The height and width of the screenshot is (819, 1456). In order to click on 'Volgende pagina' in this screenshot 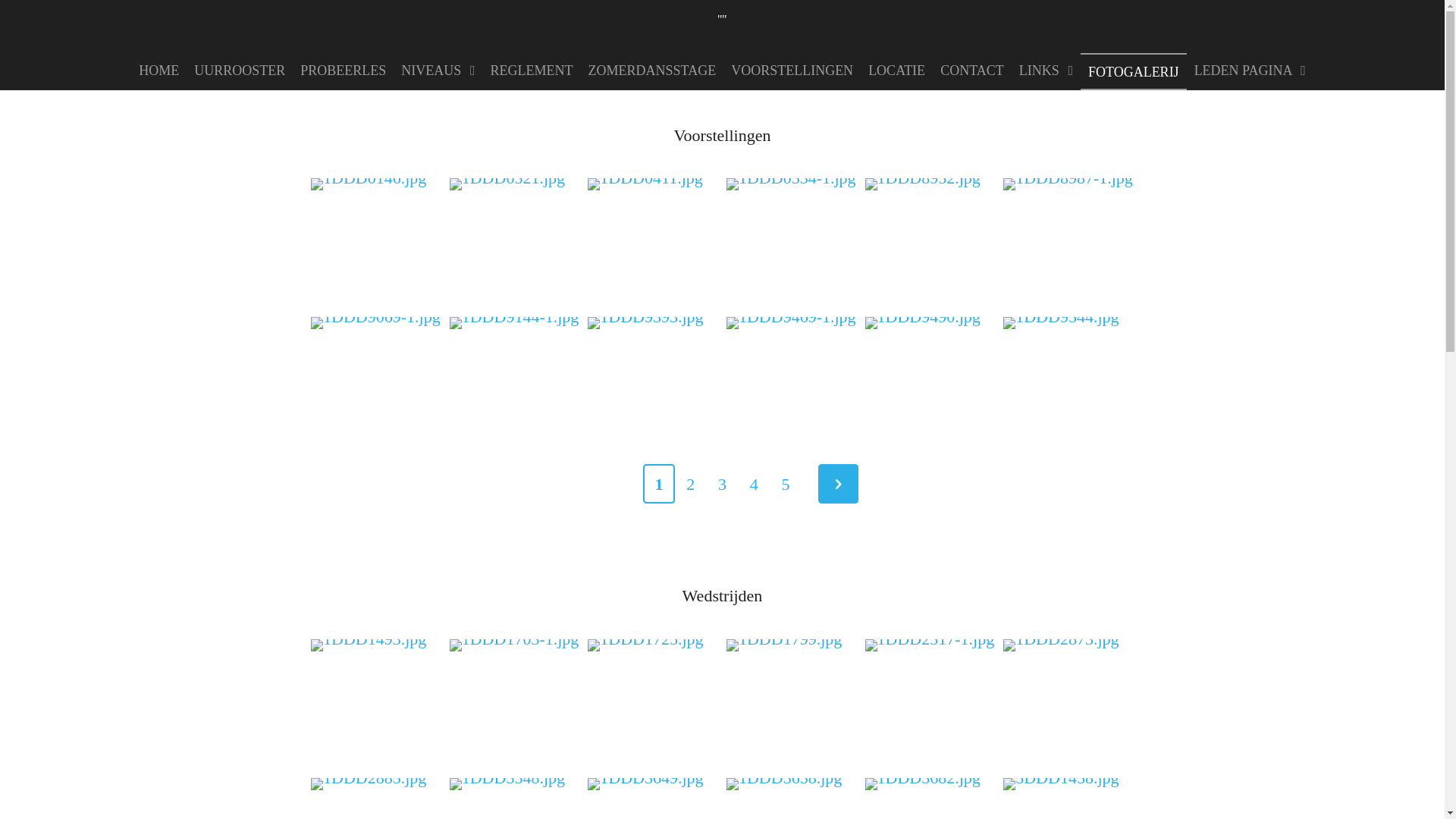, I will do `click(837, 484)`.